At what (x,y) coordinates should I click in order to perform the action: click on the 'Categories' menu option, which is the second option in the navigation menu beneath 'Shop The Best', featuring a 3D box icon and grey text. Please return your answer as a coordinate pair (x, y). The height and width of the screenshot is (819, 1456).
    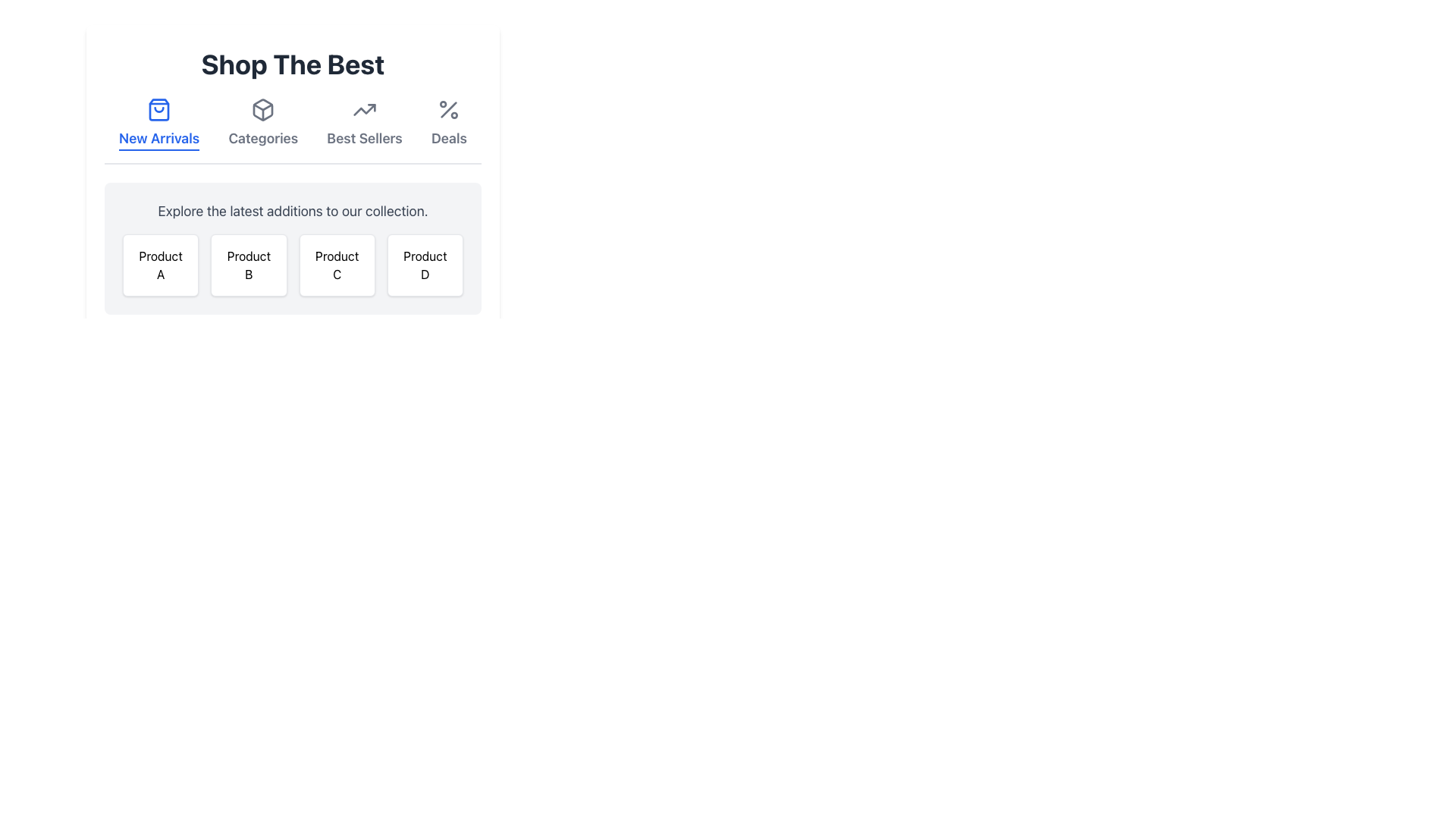
    Looking at the image, I should click on (262, 124).